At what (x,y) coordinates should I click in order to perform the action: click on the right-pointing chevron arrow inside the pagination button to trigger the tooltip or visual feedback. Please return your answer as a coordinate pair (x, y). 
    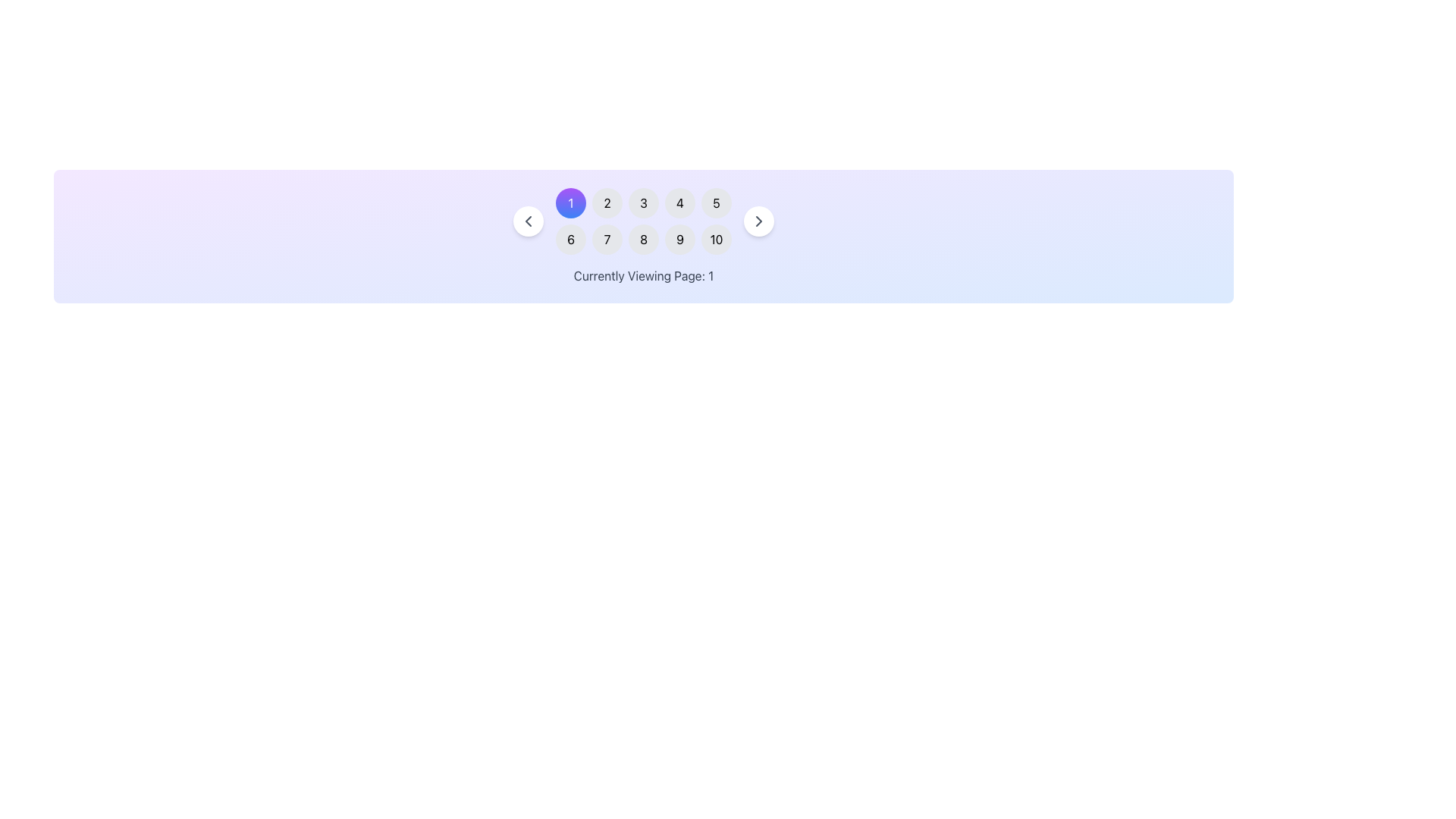
    Looking at the image, I should click on (759, 221).